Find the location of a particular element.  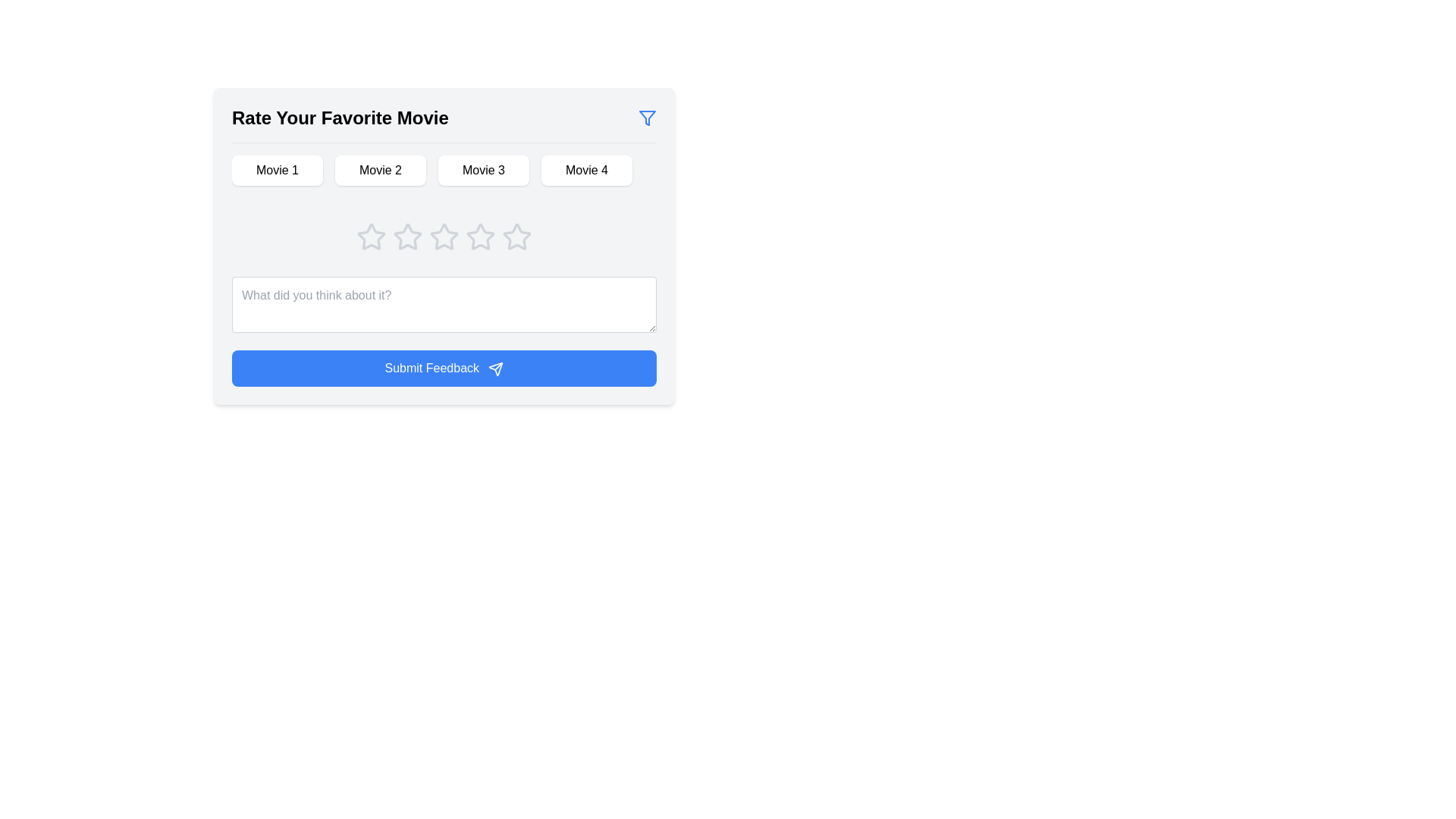

the third clickable rating star icon, which is a graphical representation of a star styled with a border and an empty center, positioned in a sequence of five stars beneath the movie selection buttons is located at coordinates (479, 237).